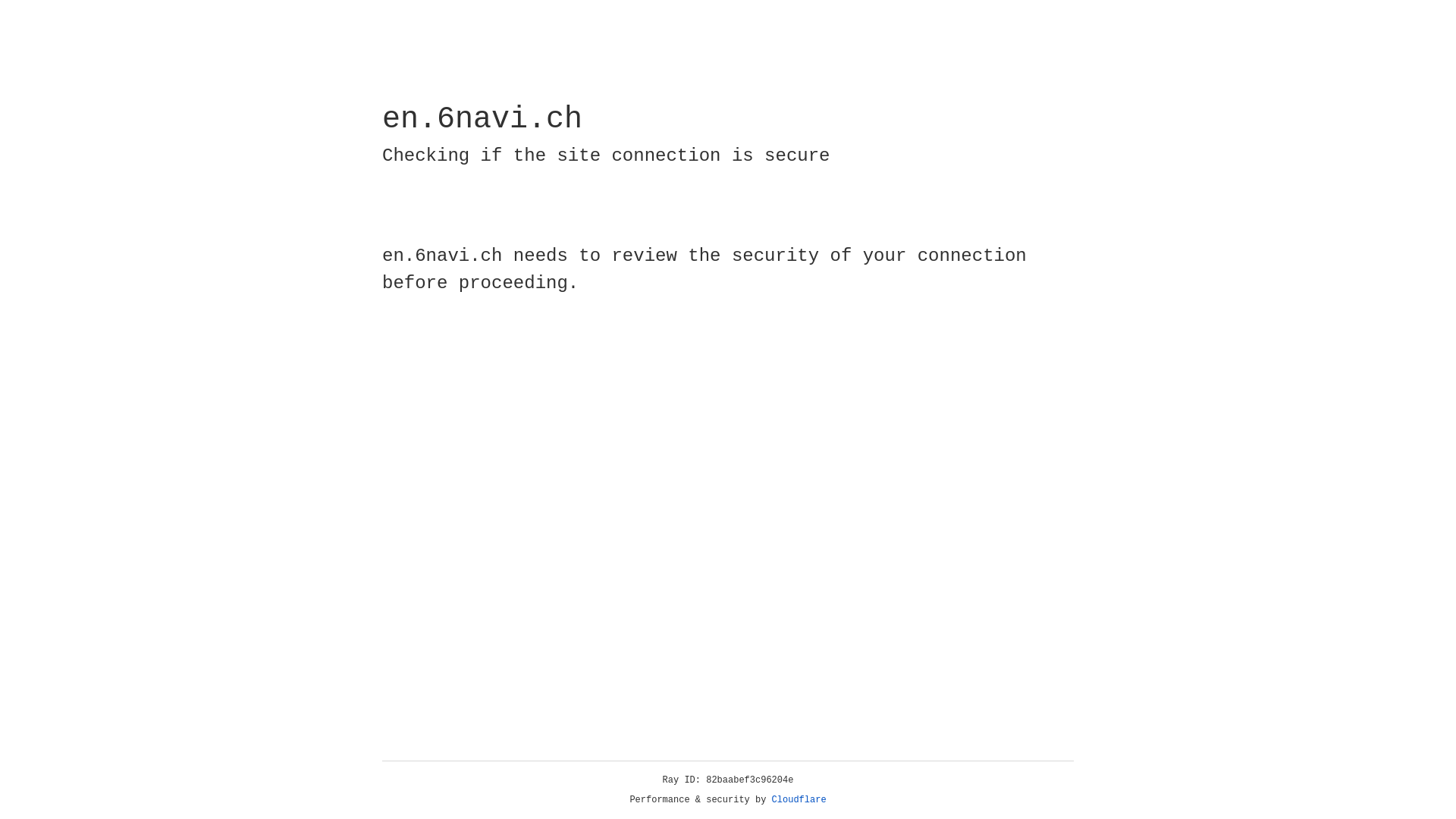 Image resolution: width=1456 pixels, height=819 pixels. I want to click on 'Cloudflare', so click(799, 799).